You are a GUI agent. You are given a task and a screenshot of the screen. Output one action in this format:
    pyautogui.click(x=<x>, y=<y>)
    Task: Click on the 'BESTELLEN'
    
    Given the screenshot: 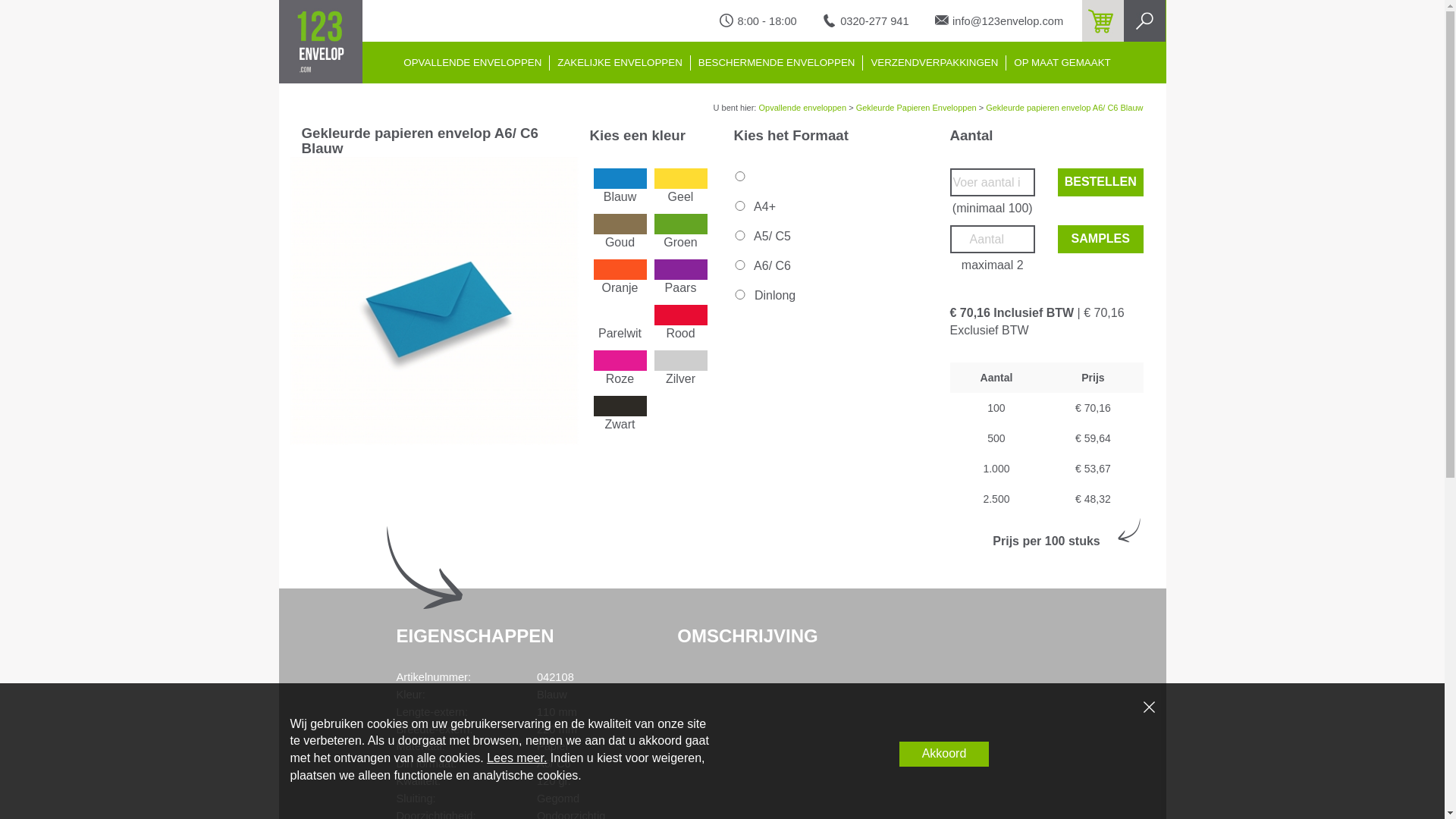 What is the action you would take?
    pyautogui.click(x=1100, y=181)
    